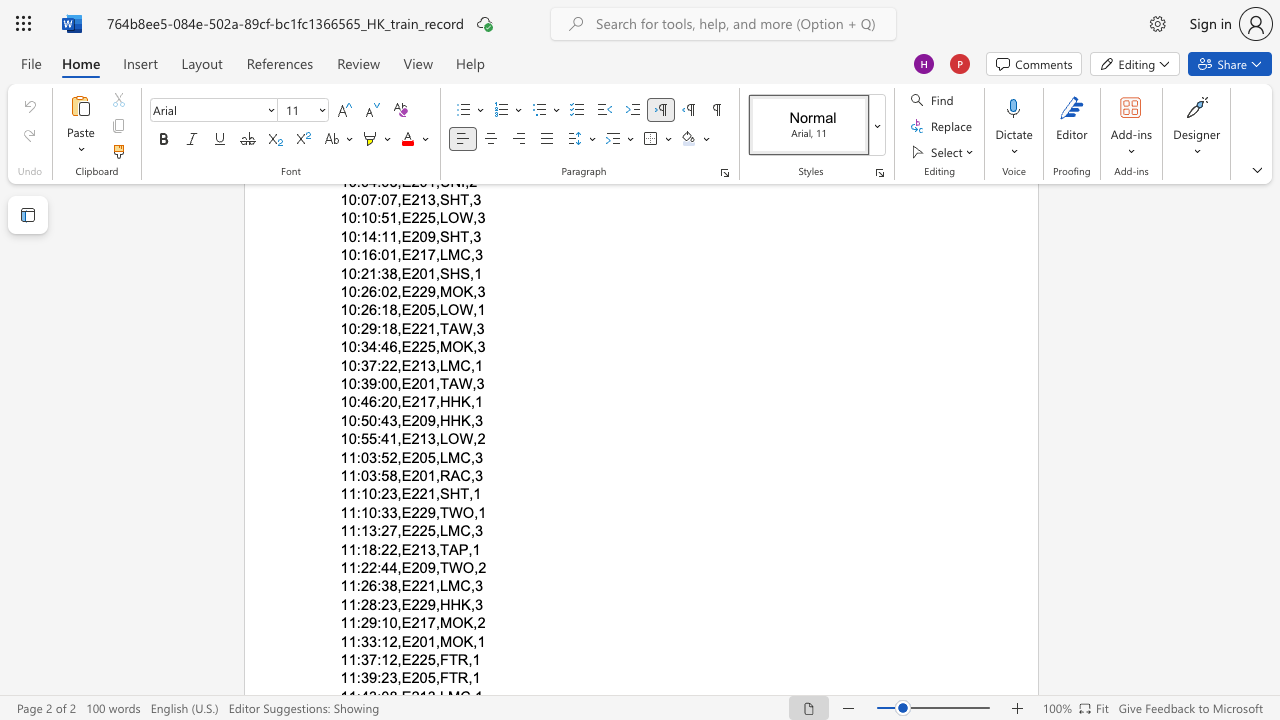  What do you see at coordinates (438, 677) in the screenshot?
I see `the subset text "FT" within the text "11:39:23,E205,FTR,1"` at bounding box center [438, 677].